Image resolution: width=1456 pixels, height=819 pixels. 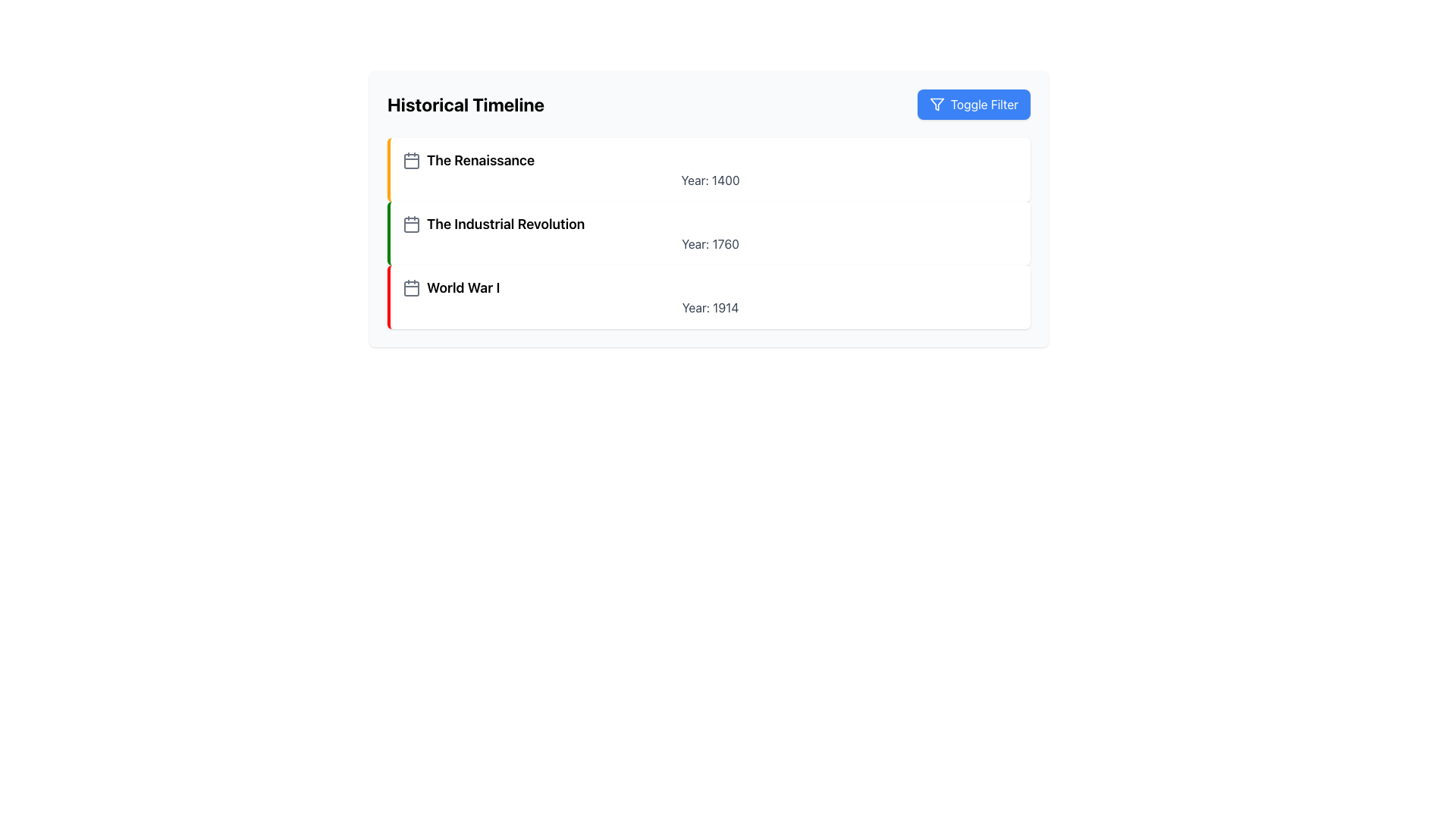 I want to click on the SVG rectangle that represents the background of the date display in the calendar icon for 'The Renaissance' row, so click(x=411, y=161).